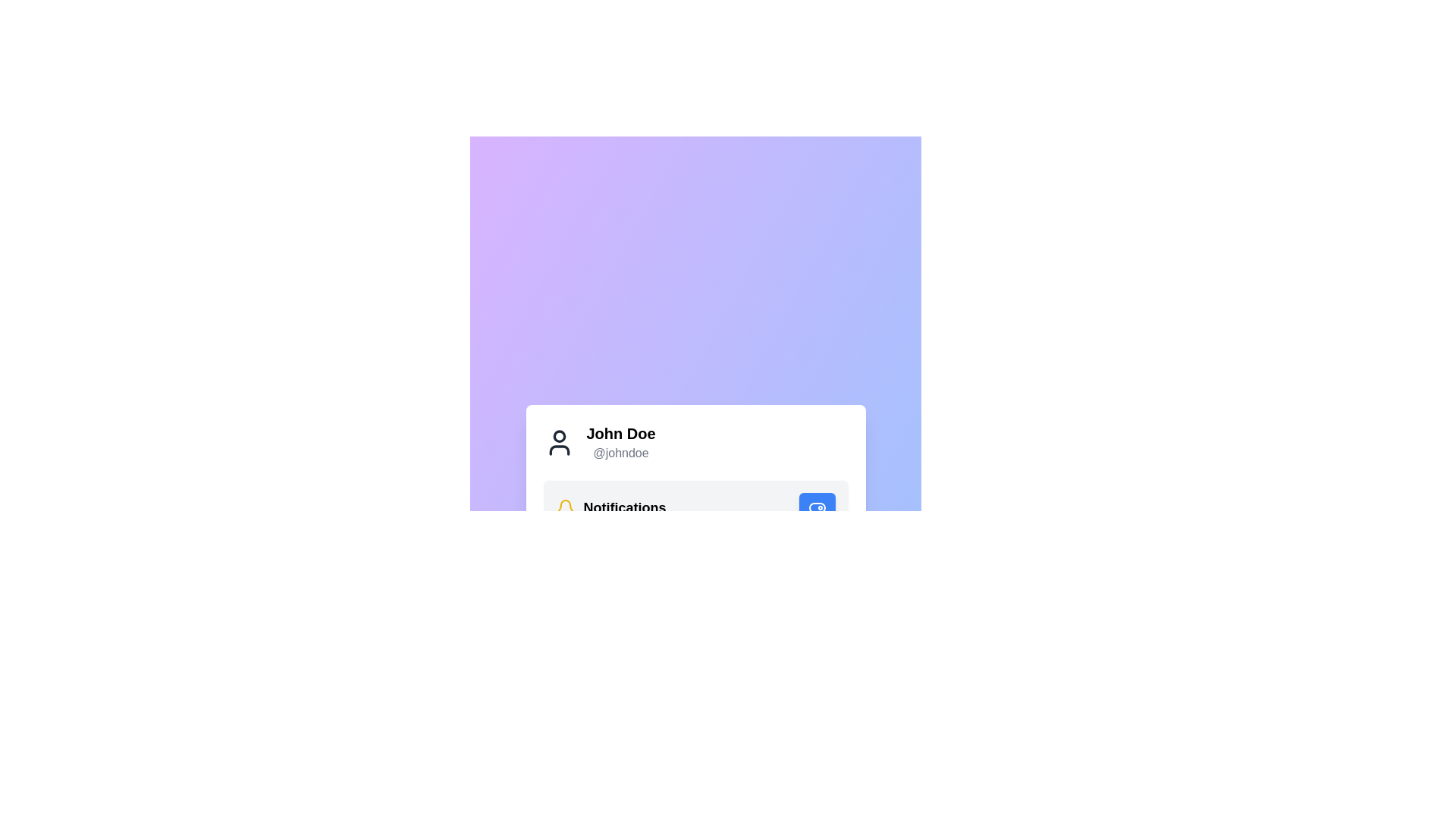 This screenshot has height=819, width=1456. What do you see at coordinates (625, 508) in the screenshot?
I see `the bold text label reading 'Notifications', which is styled in a larger sans-serif font and located next to a bell icon in a dropdown menu` at bounding box center [625, 508].